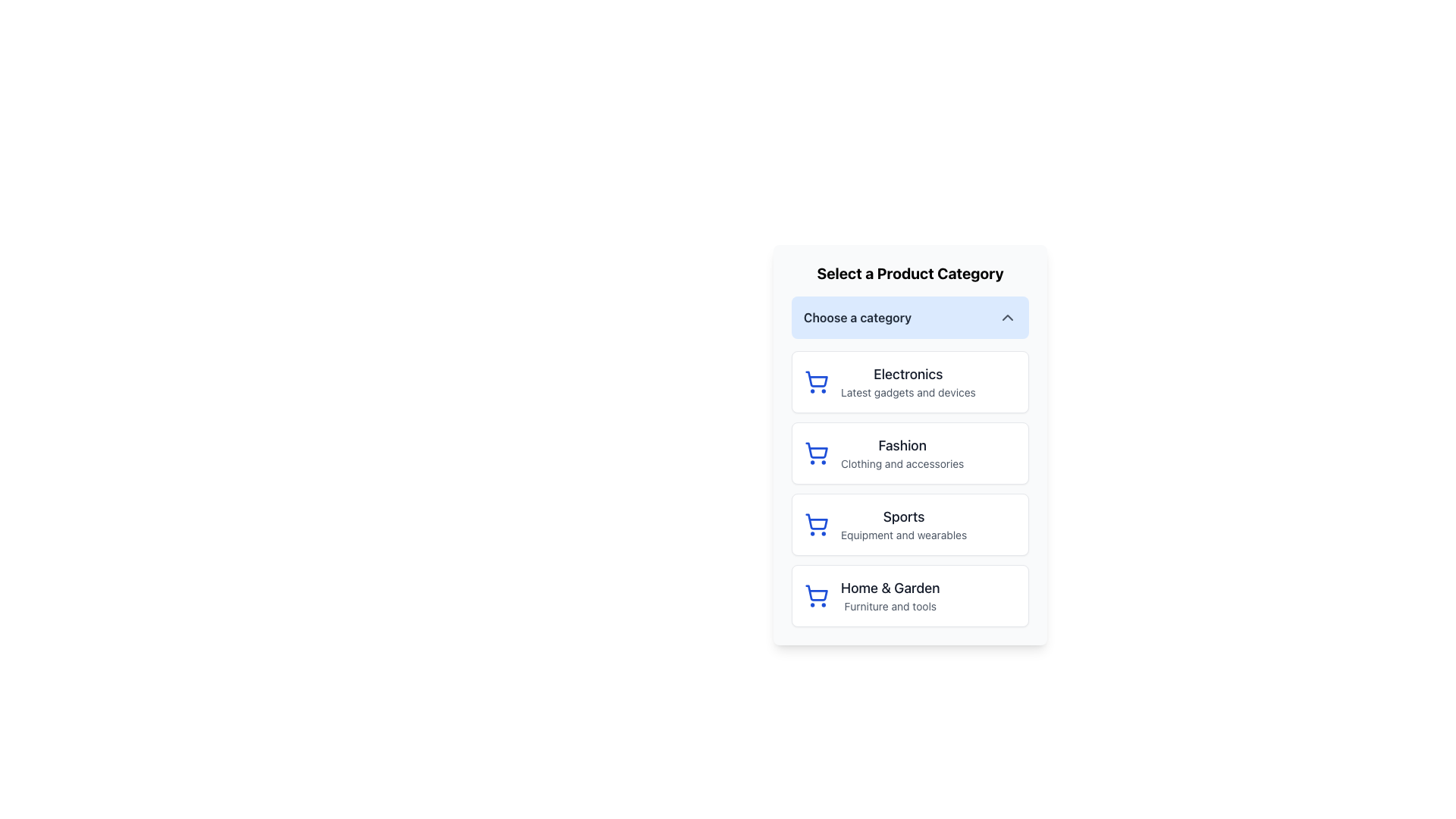 The width and height of the screenshot is (1456, 819). Describe the element at coordinates (902, 452) in the screenshot. I see `the 'Fashion' category text label, which is the second item in a vertical list of product categories, positioned below 'Electronics' and above 'Sports'` at that location.